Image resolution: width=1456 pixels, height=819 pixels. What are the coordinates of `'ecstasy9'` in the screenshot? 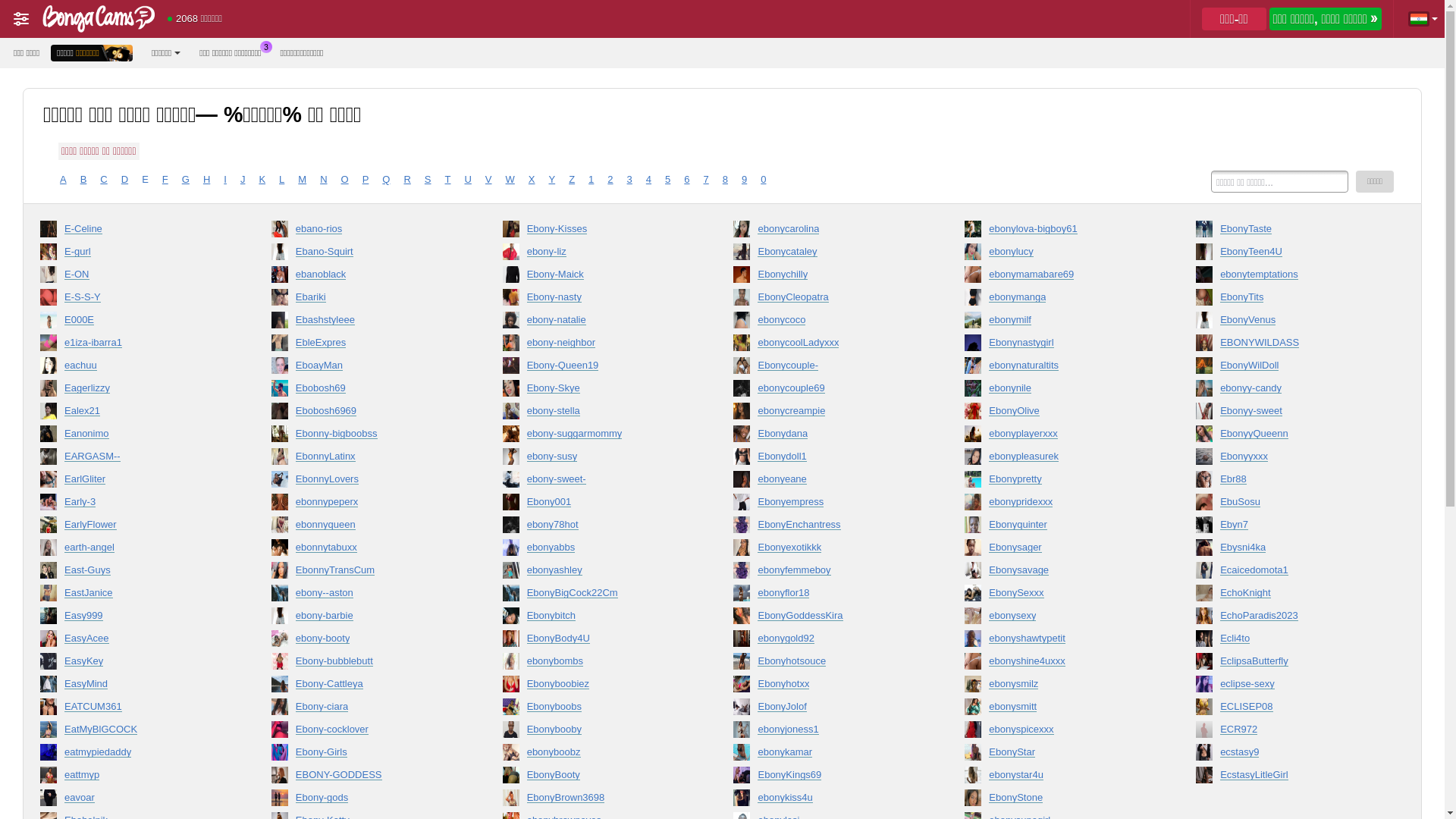 It's located at (1288, 755).